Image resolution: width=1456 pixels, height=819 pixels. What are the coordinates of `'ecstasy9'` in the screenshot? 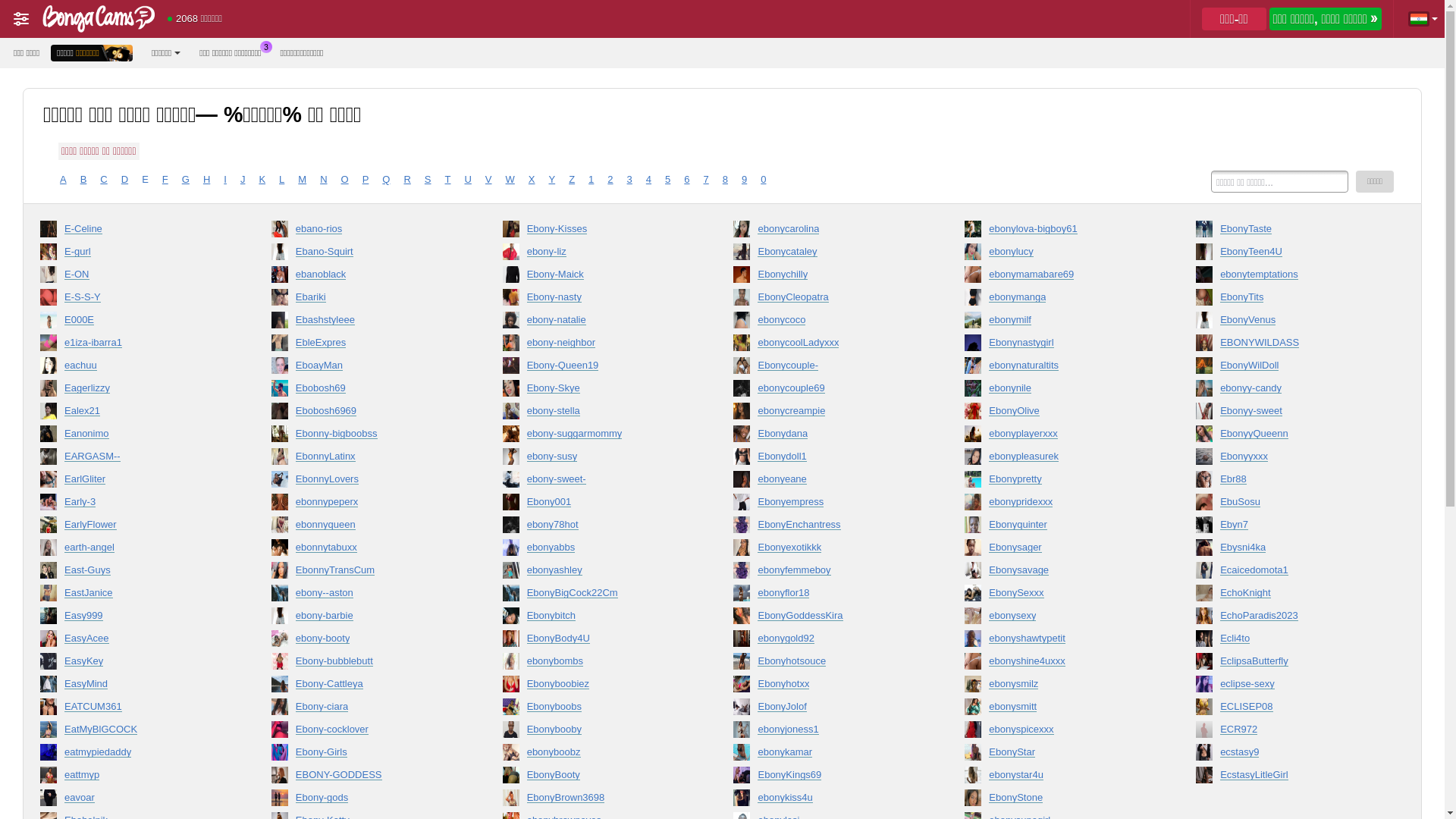 It's located at (1288, 755).